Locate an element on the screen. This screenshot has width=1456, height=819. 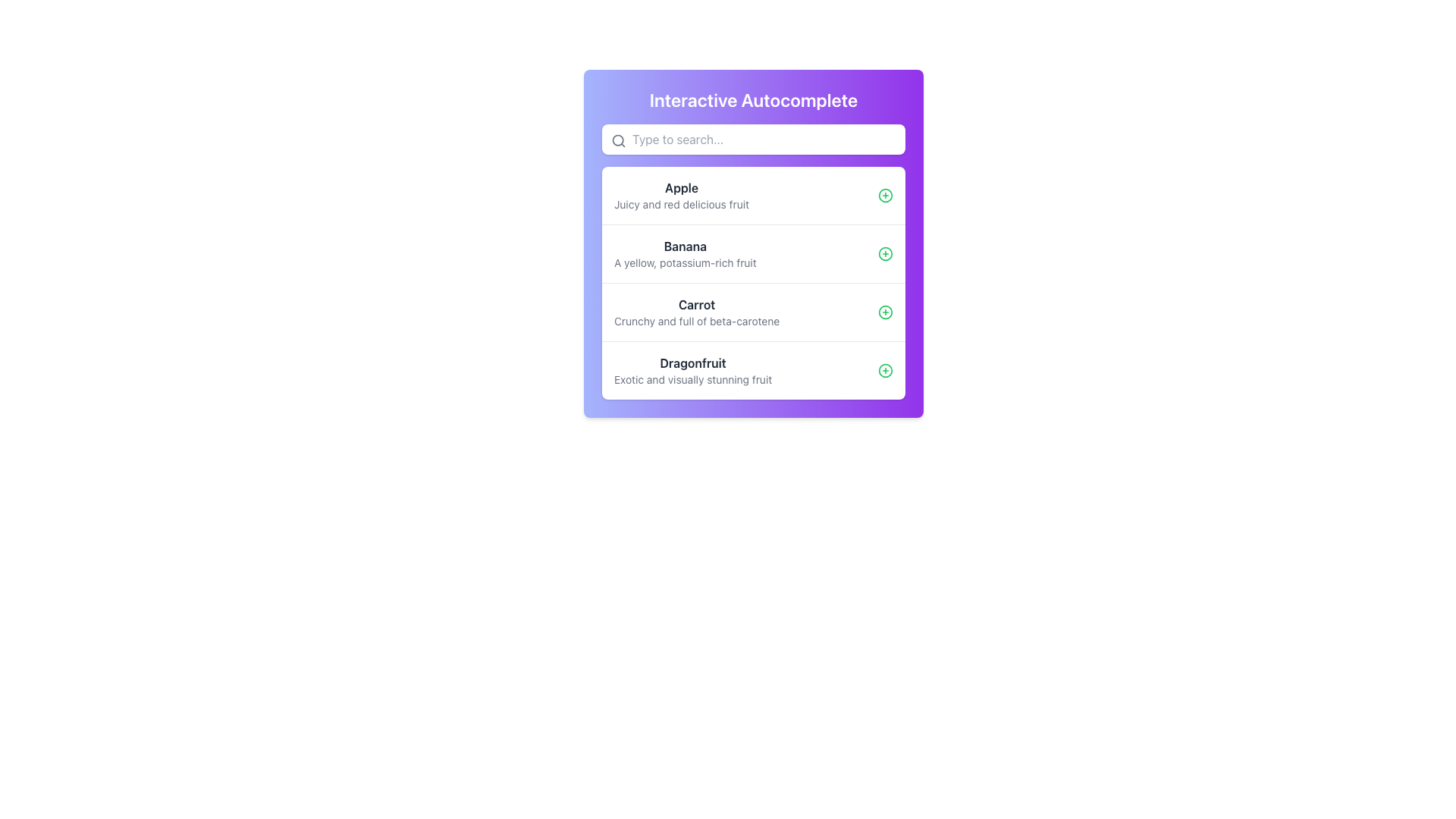
the button located at the far right of the 'Dragonfruit' entry in the interactive autocomplete list is located at coordinates (885, 371).